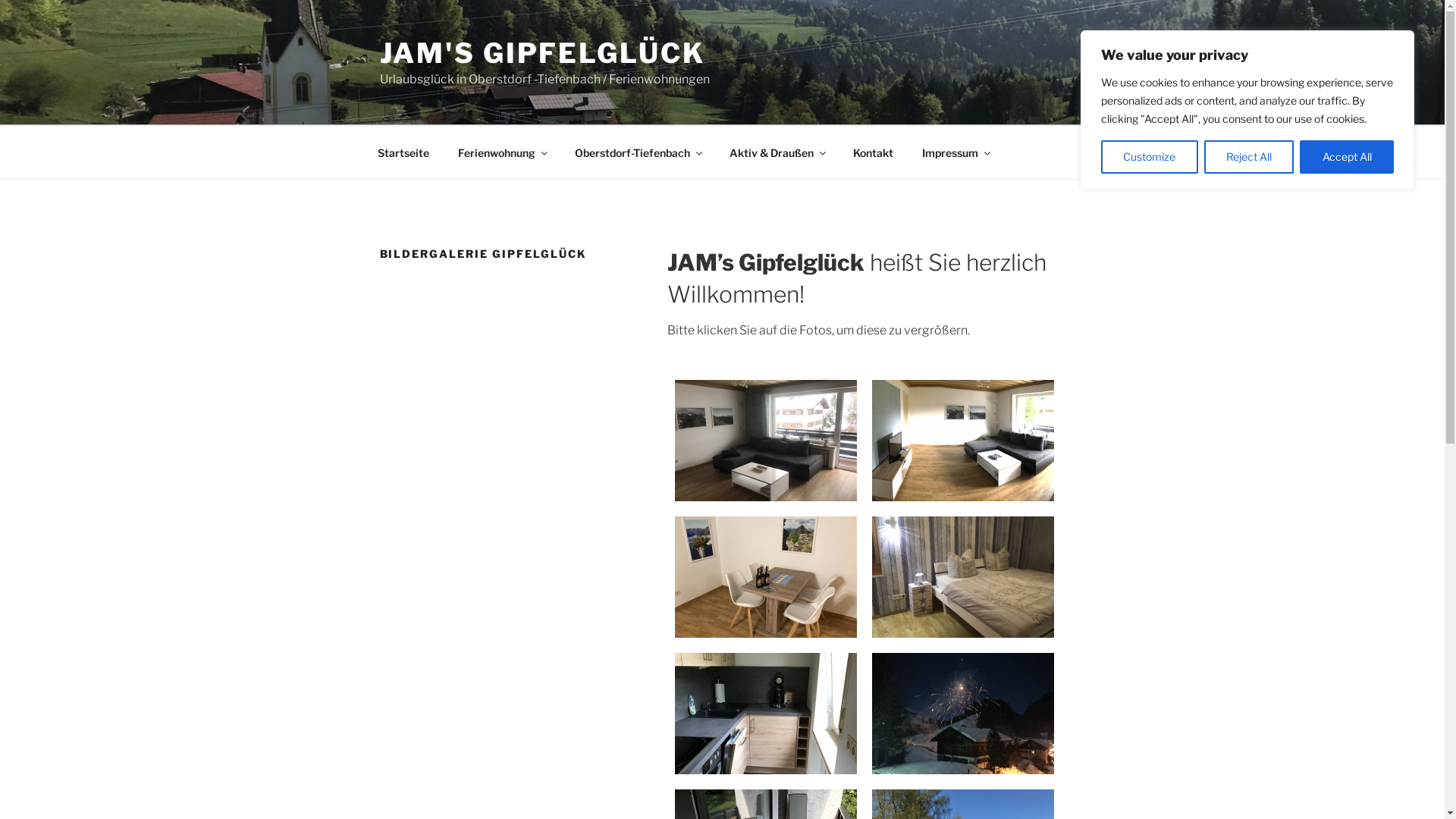  Describe the element at coordinates (874, 152) in the screenshot. I see `'Kontakt'` at that location.